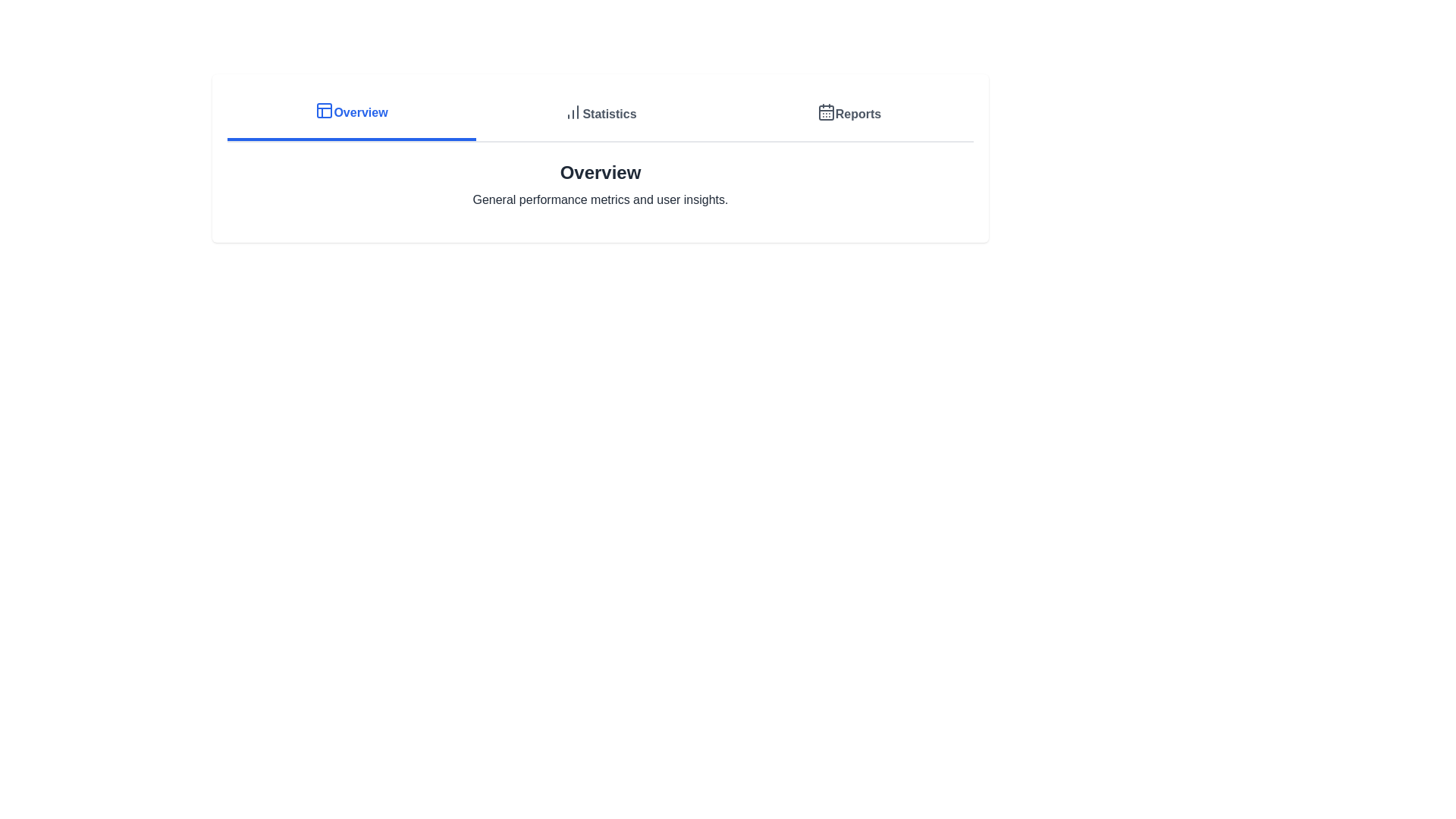 This screenshot has height=819, width=1456. I want to click on the decorative SVG shape (rounded rectangle) located within the 'Overview' navigation item, which features a blue stroke and white fill, so click(324, 110).